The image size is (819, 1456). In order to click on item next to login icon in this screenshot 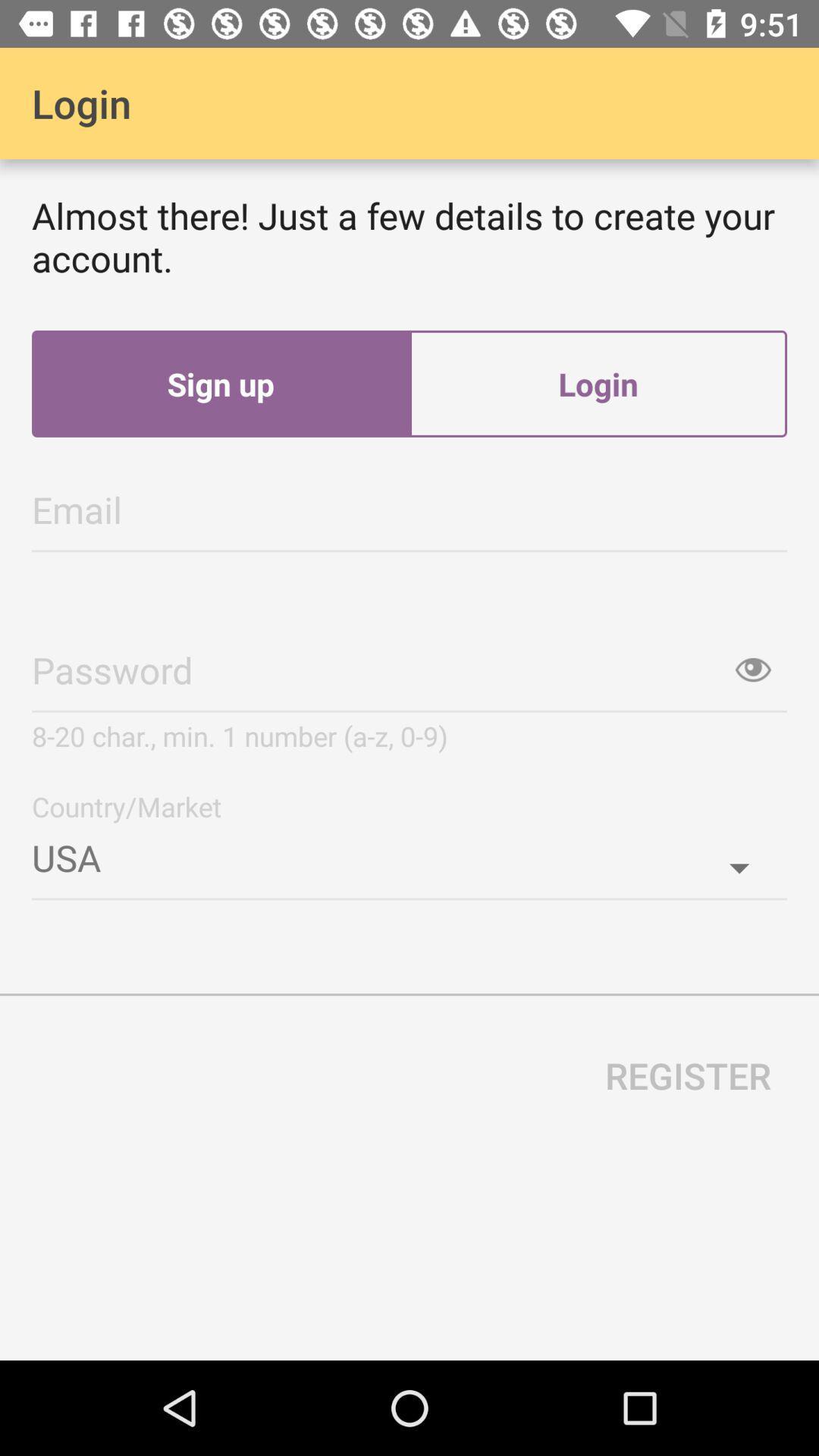, I will do `click(220, 384)`.